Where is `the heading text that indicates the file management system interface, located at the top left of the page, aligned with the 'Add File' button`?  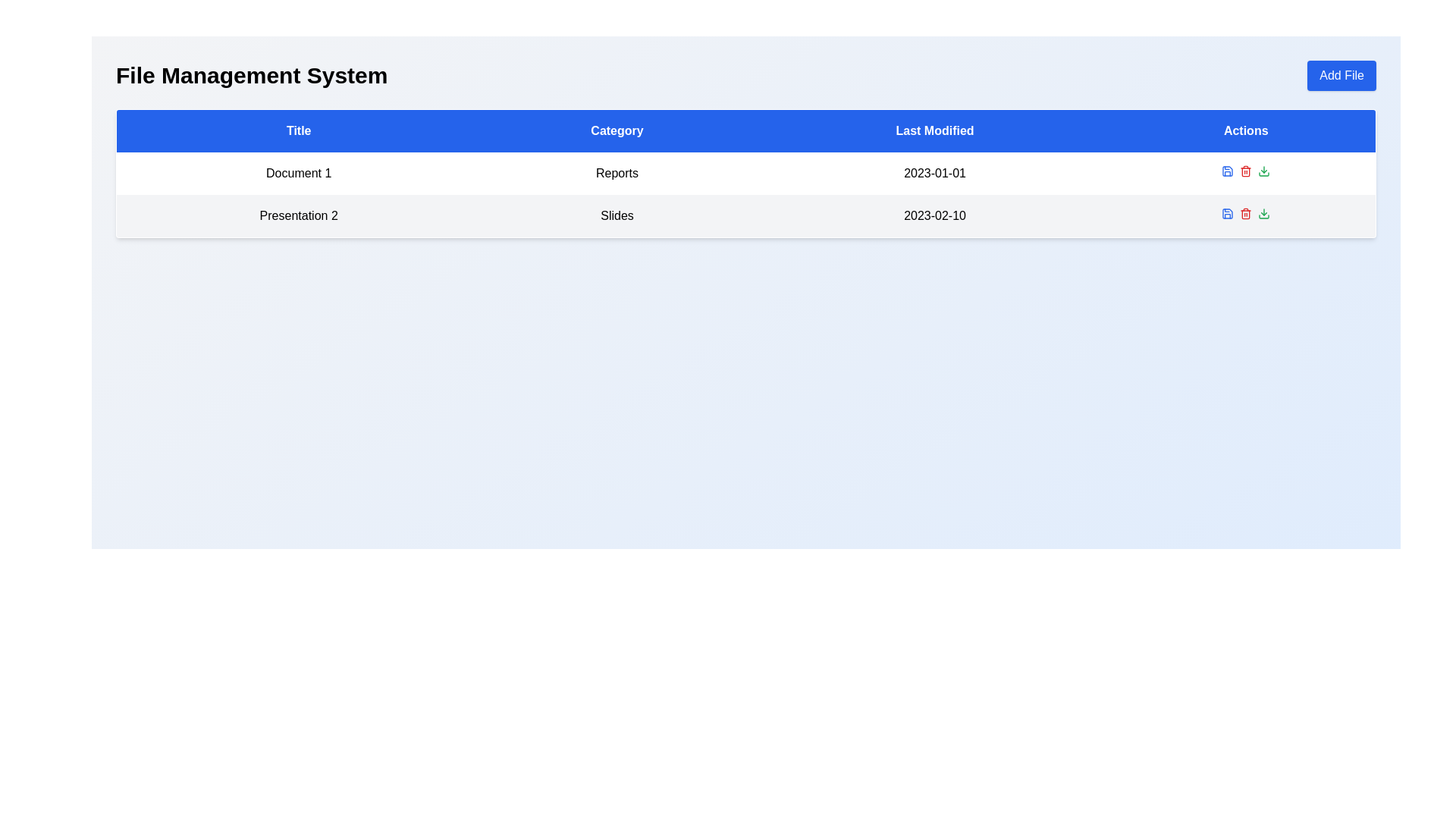
the heading text that indicates the file management system interface, located at the top left of the page, aligned with the 'Add File' button is located at coordinates (252, 76).